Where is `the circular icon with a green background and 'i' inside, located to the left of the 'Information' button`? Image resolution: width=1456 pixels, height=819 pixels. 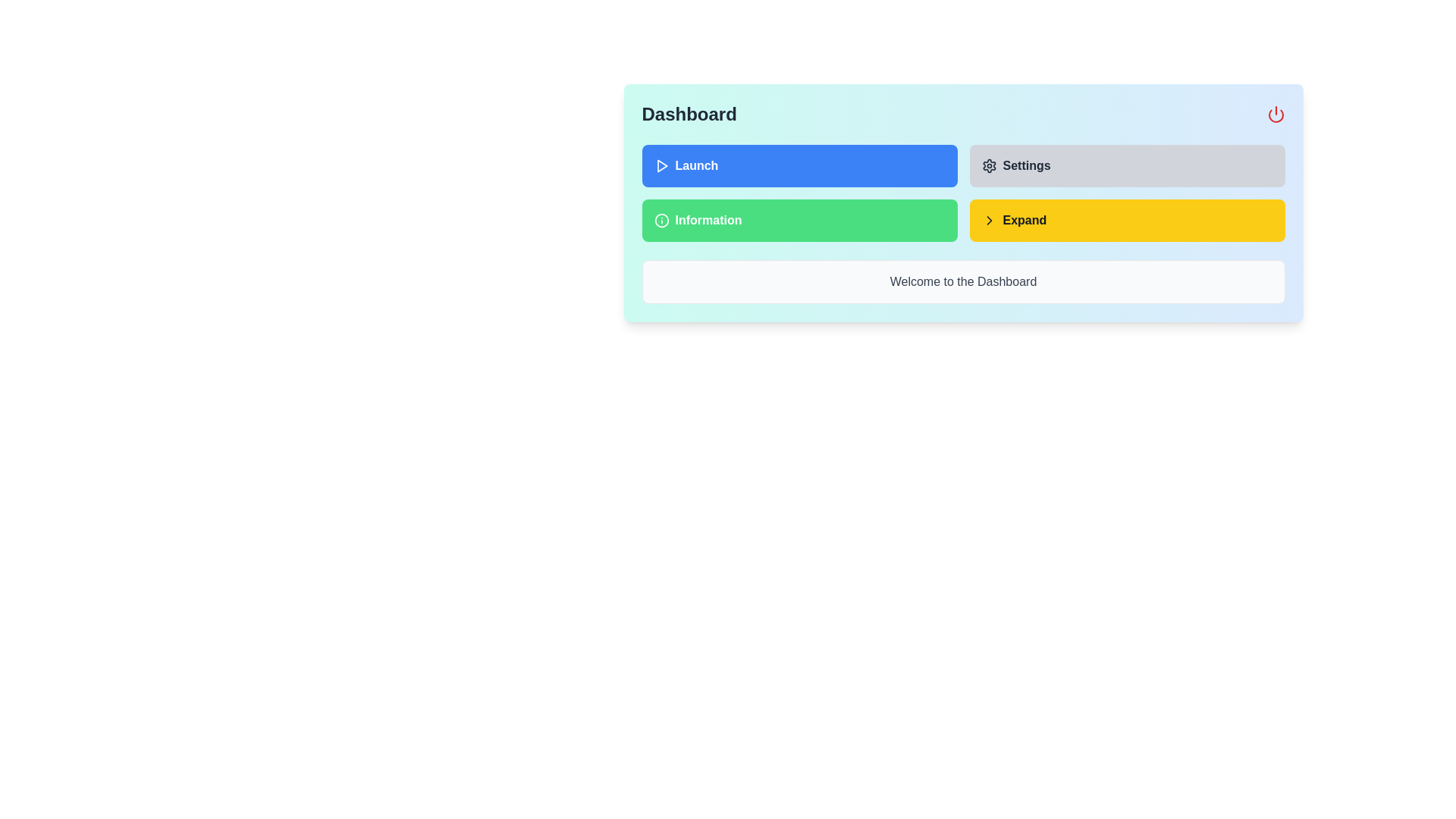 the circular icon with a green background and 'i' inside, located to the left of the 'Information' button is located at coordinates (661, 220).